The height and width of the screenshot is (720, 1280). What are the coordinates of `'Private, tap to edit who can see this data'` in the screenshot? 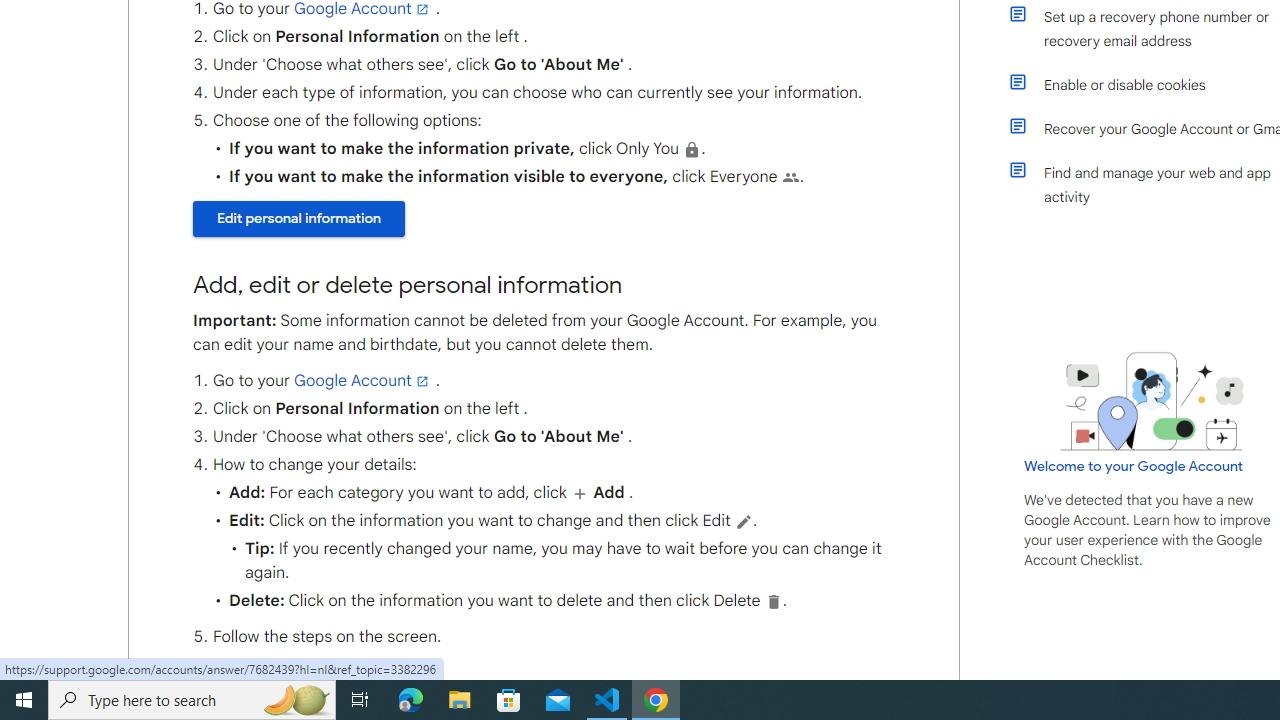 It's located at (692, 148).